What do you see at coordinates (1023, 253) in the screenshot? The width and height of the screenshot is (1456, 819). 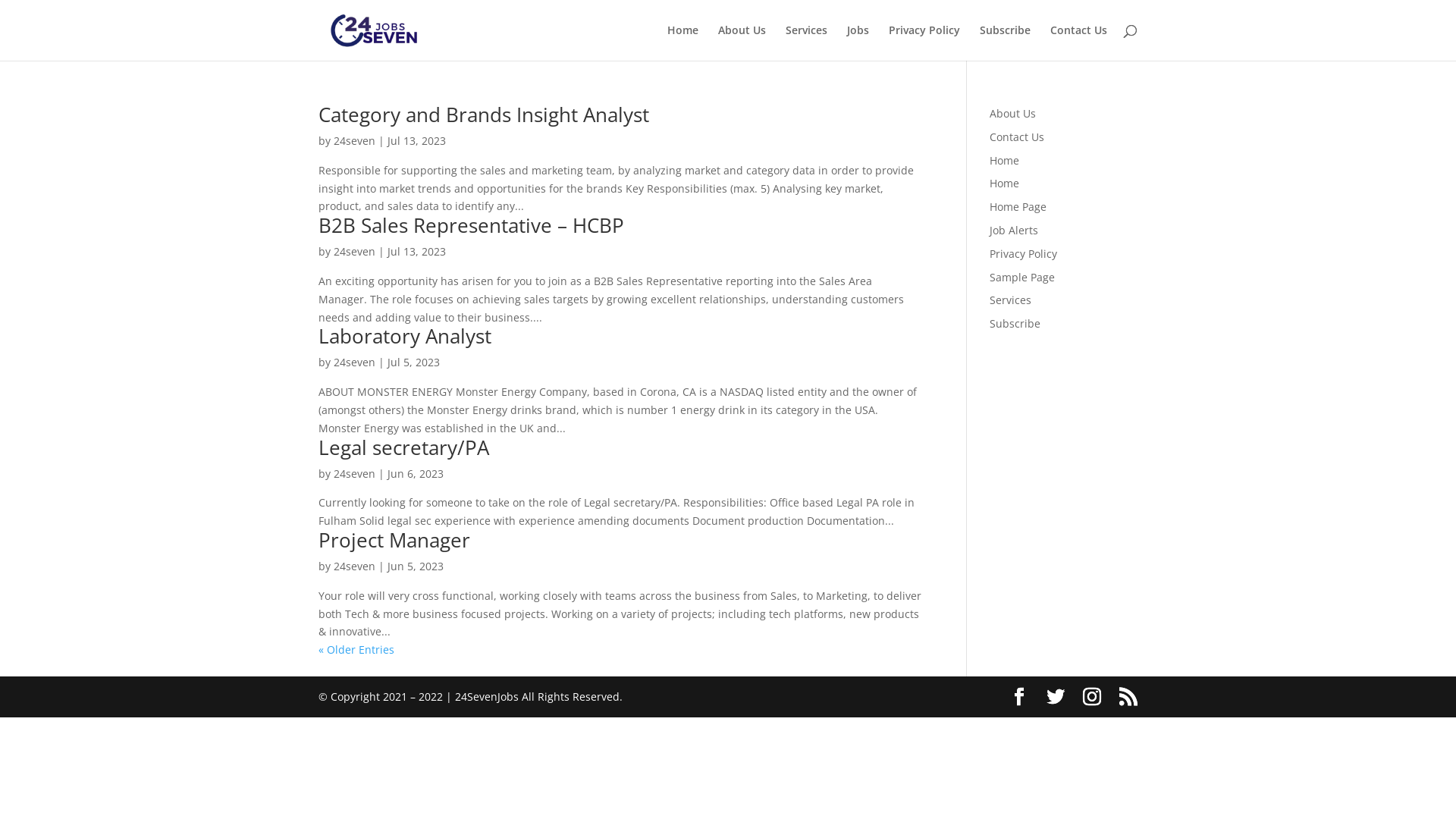 I see `'Privacy Policy'` at bounding box center [1023, 253].